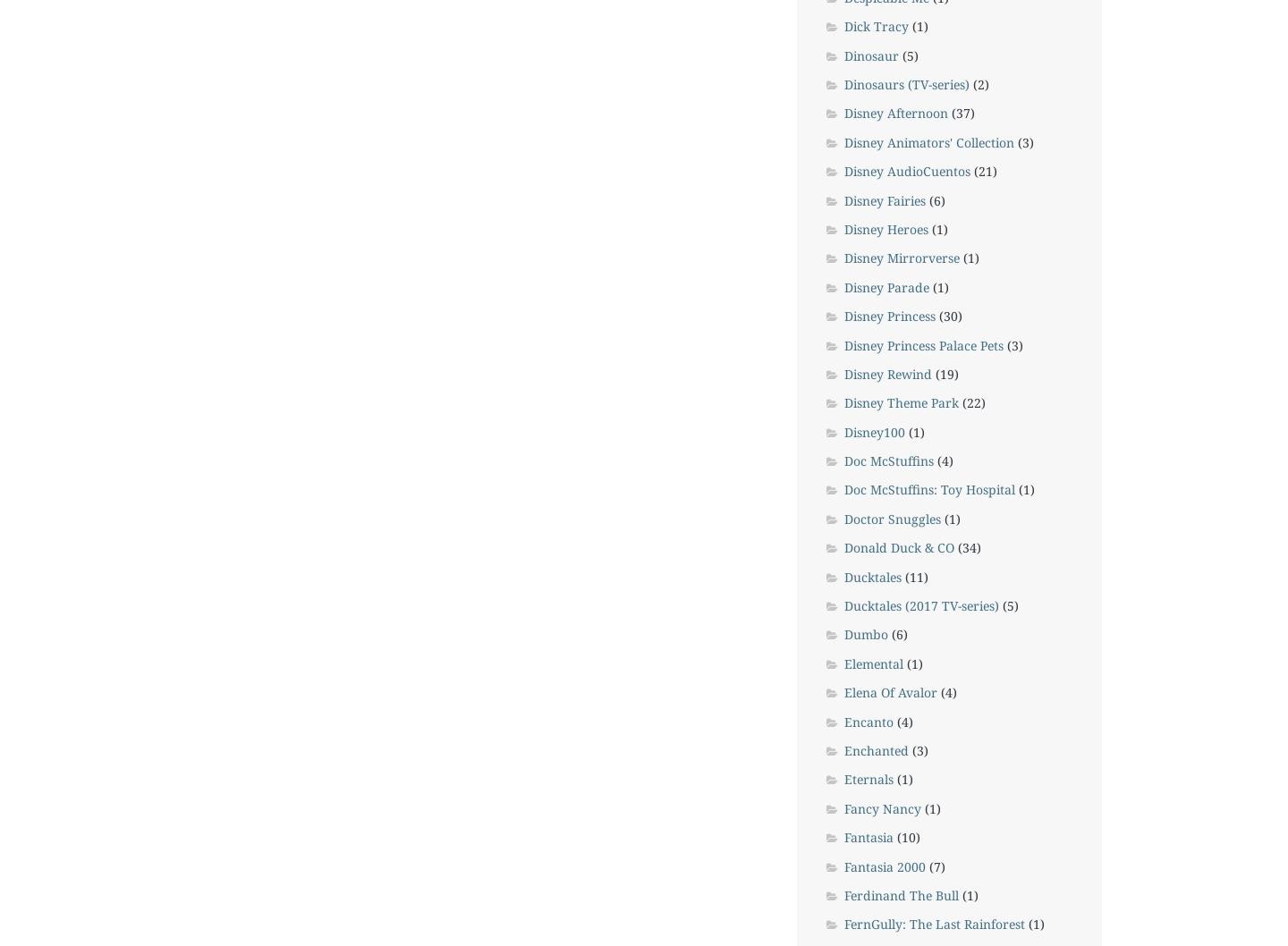 This screenshot has width=1288, height=946. Describe the element at coordinates (843, 604) in the screenshot. I see `'Ducktales (2017 TV-series)'` at that location.